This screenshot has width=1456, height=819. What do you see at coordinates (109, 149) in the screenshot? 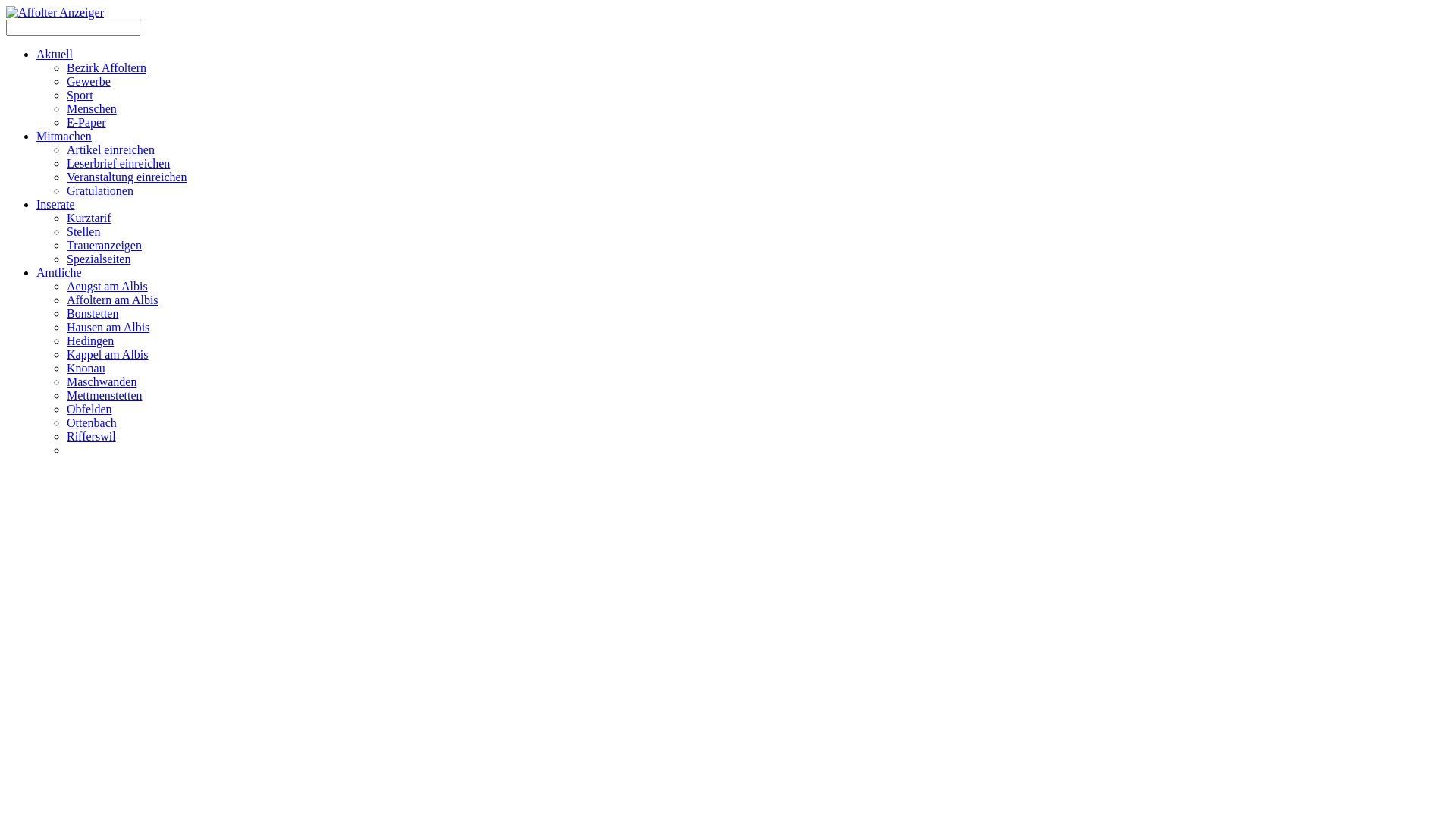
I see `'Artikel einreichen'` at bounding box center [109, 149].